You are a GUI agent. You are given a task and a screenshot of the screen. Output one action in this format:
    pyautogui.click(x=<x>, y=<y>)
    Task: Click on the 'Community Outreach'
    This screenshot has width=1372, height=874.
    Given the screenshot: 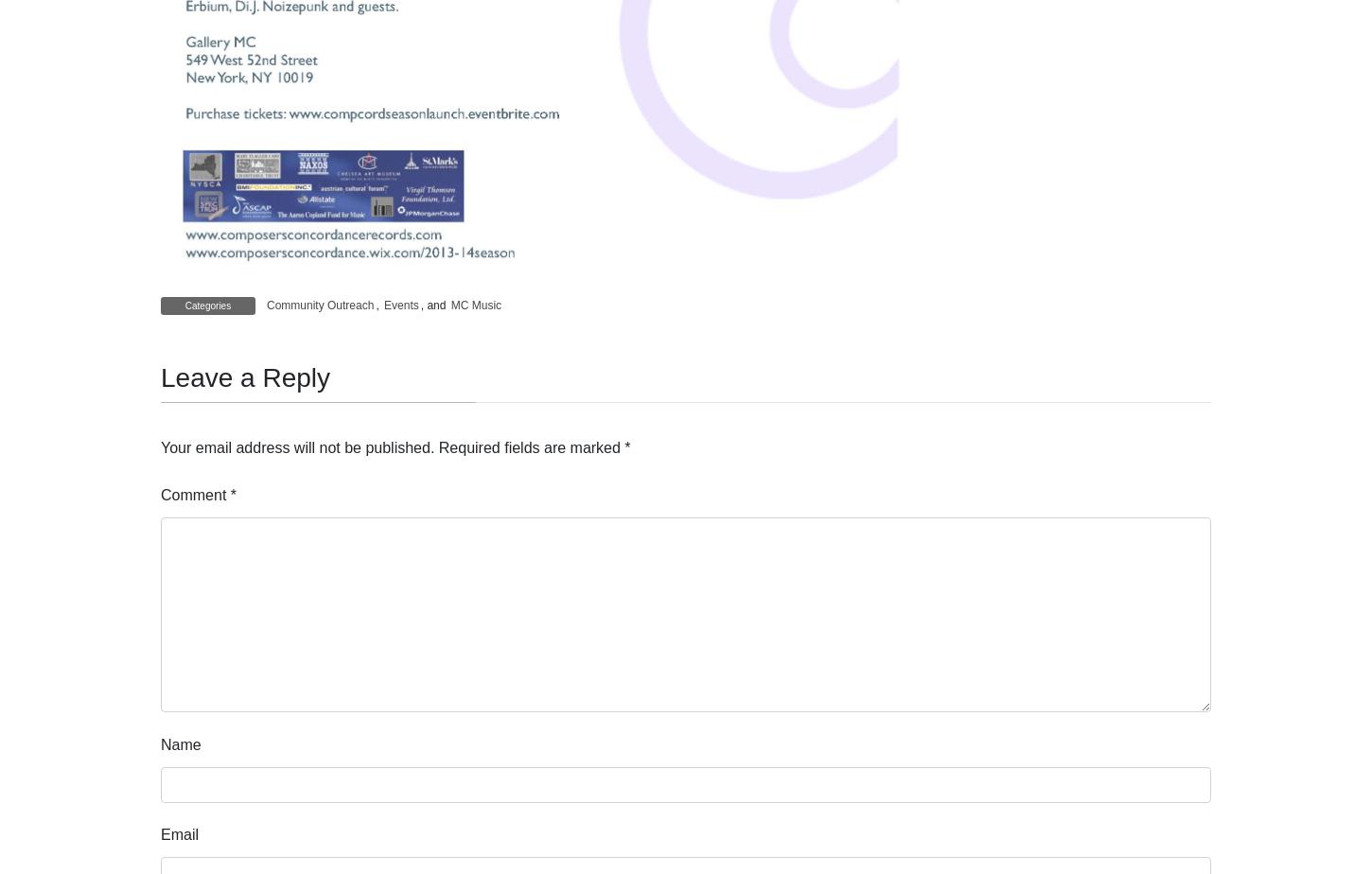 What is the action you would take?
    pyautogui.click(x=267, y=306)
    